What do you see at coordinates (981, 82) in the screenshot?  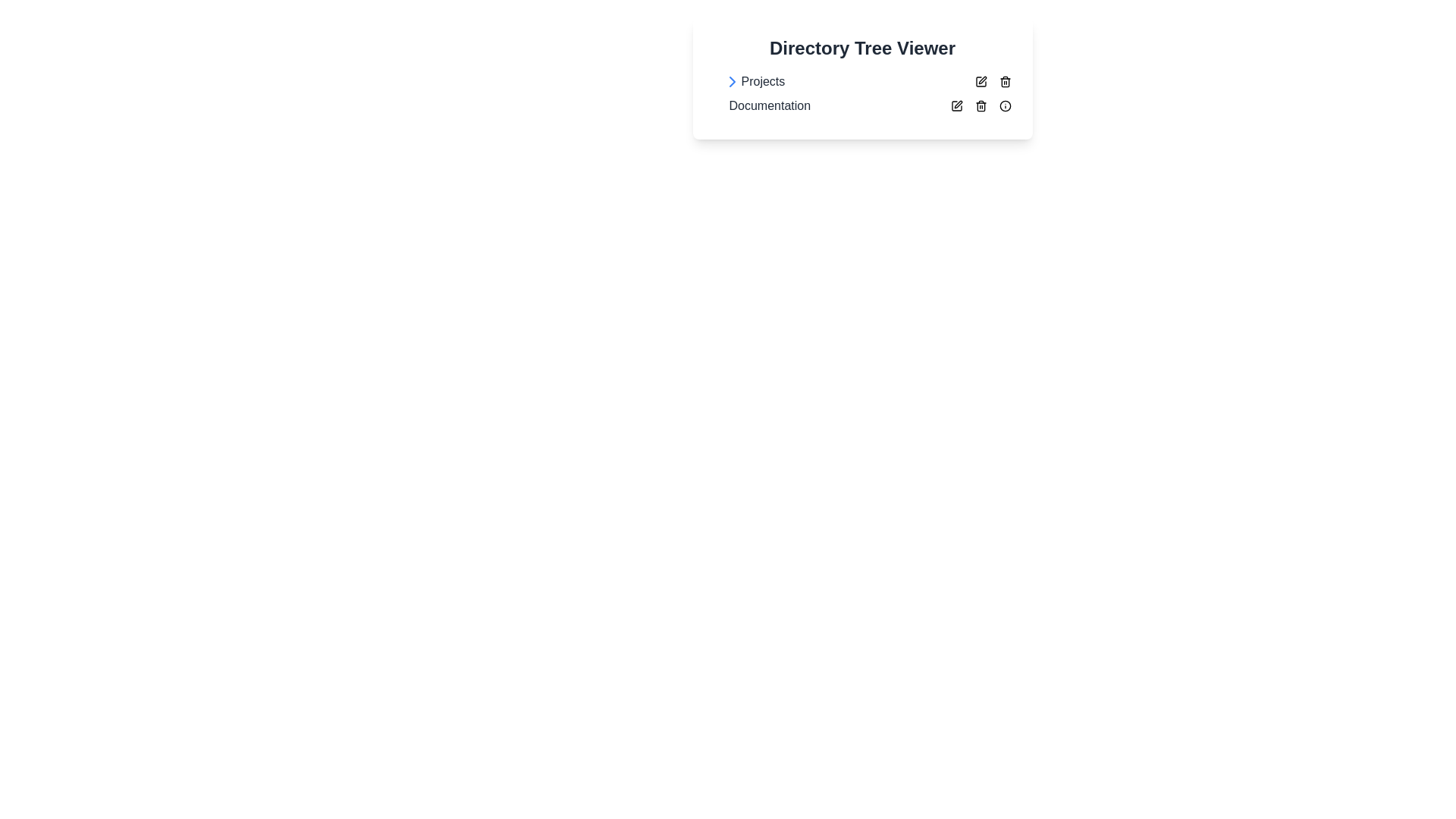 I see `the 'Edit' button located in the upper-right corner of the 'Directory Tree Viewer' card` at bounding box center [981, 82].